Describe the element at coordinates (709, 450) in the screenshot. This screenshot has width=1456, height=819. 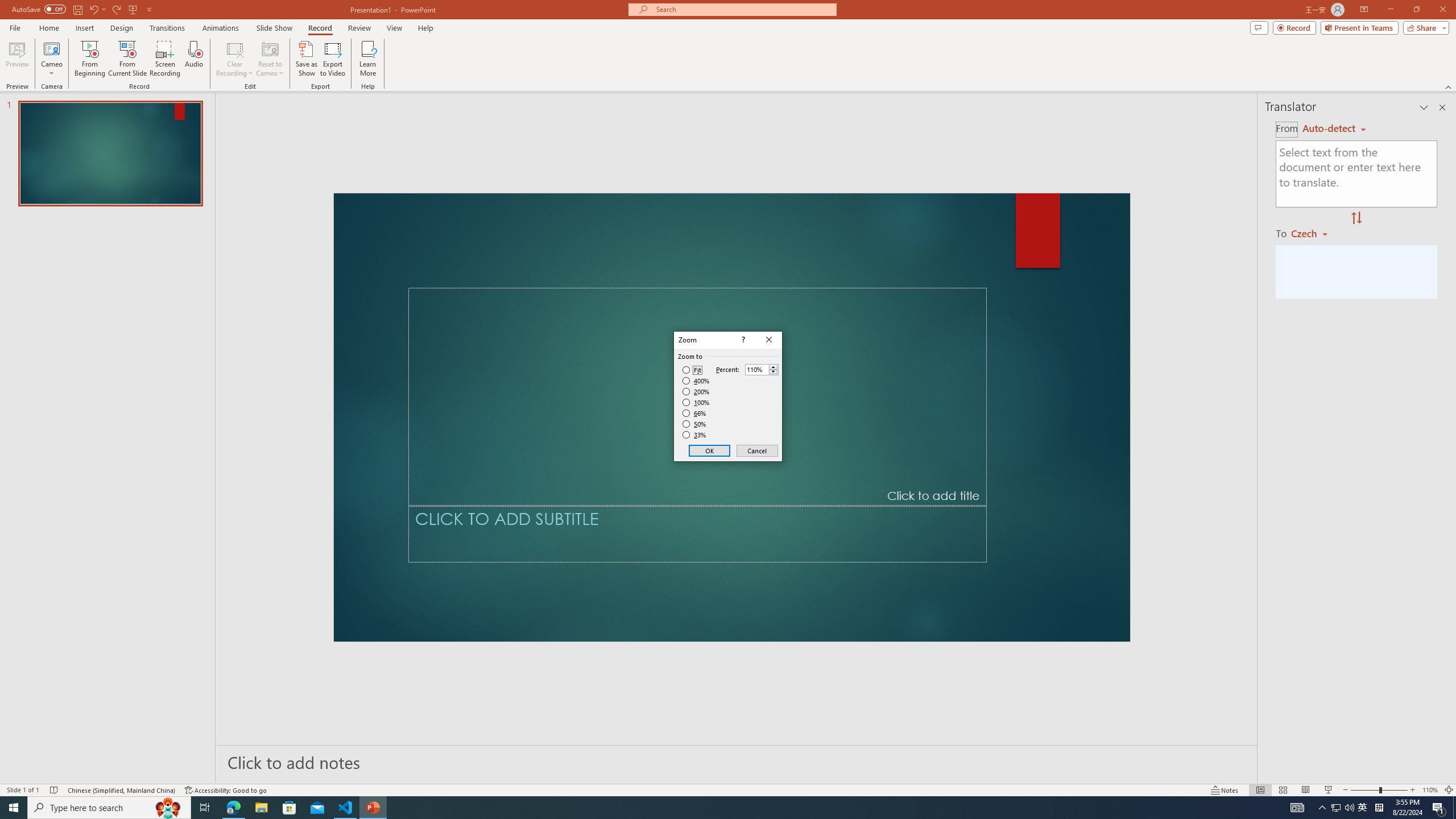
I see `'OK'` at that location.